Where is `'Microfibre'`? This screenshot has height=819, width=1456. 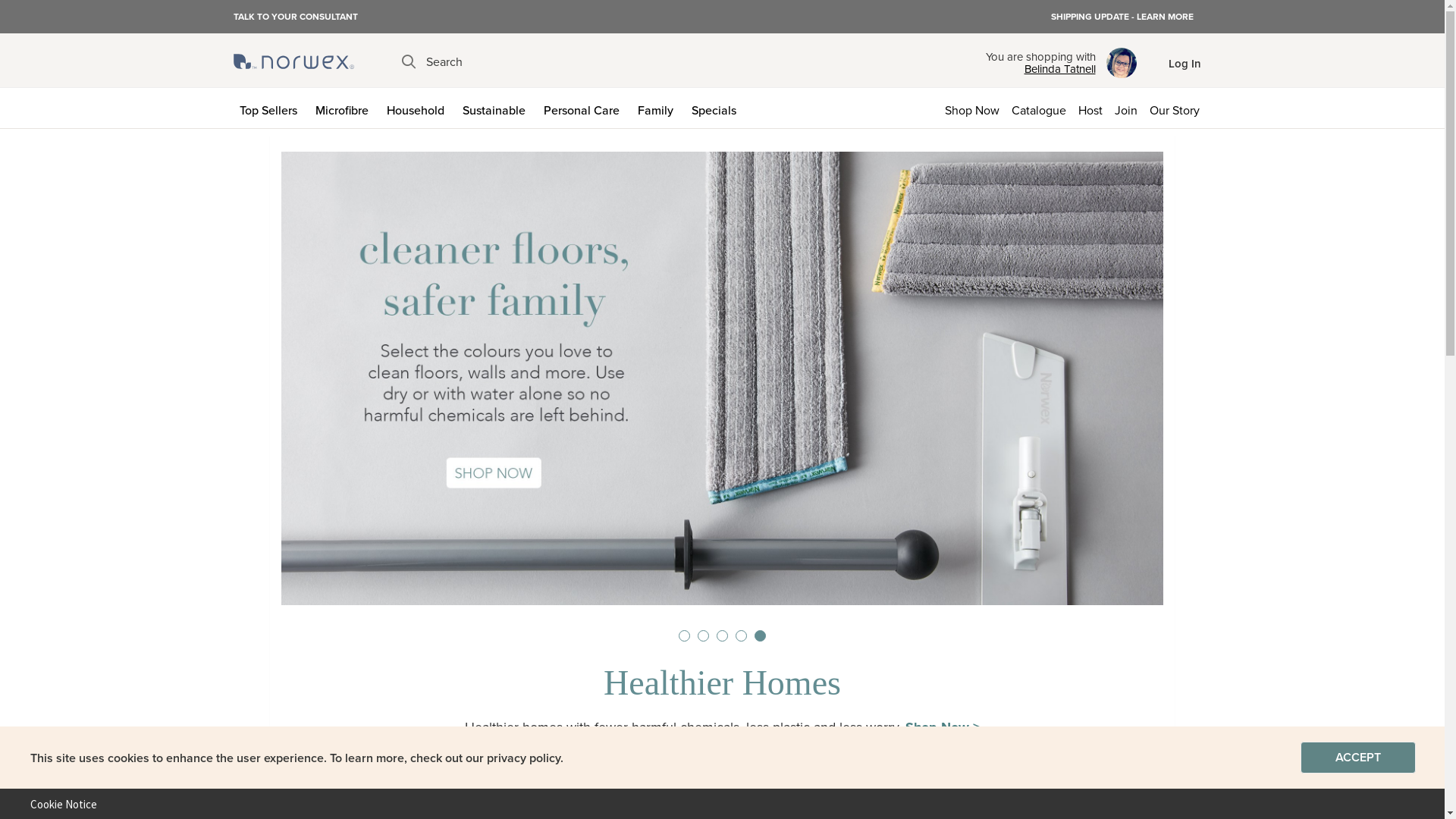 'Microfibre' is located at coordinates (344, 107).